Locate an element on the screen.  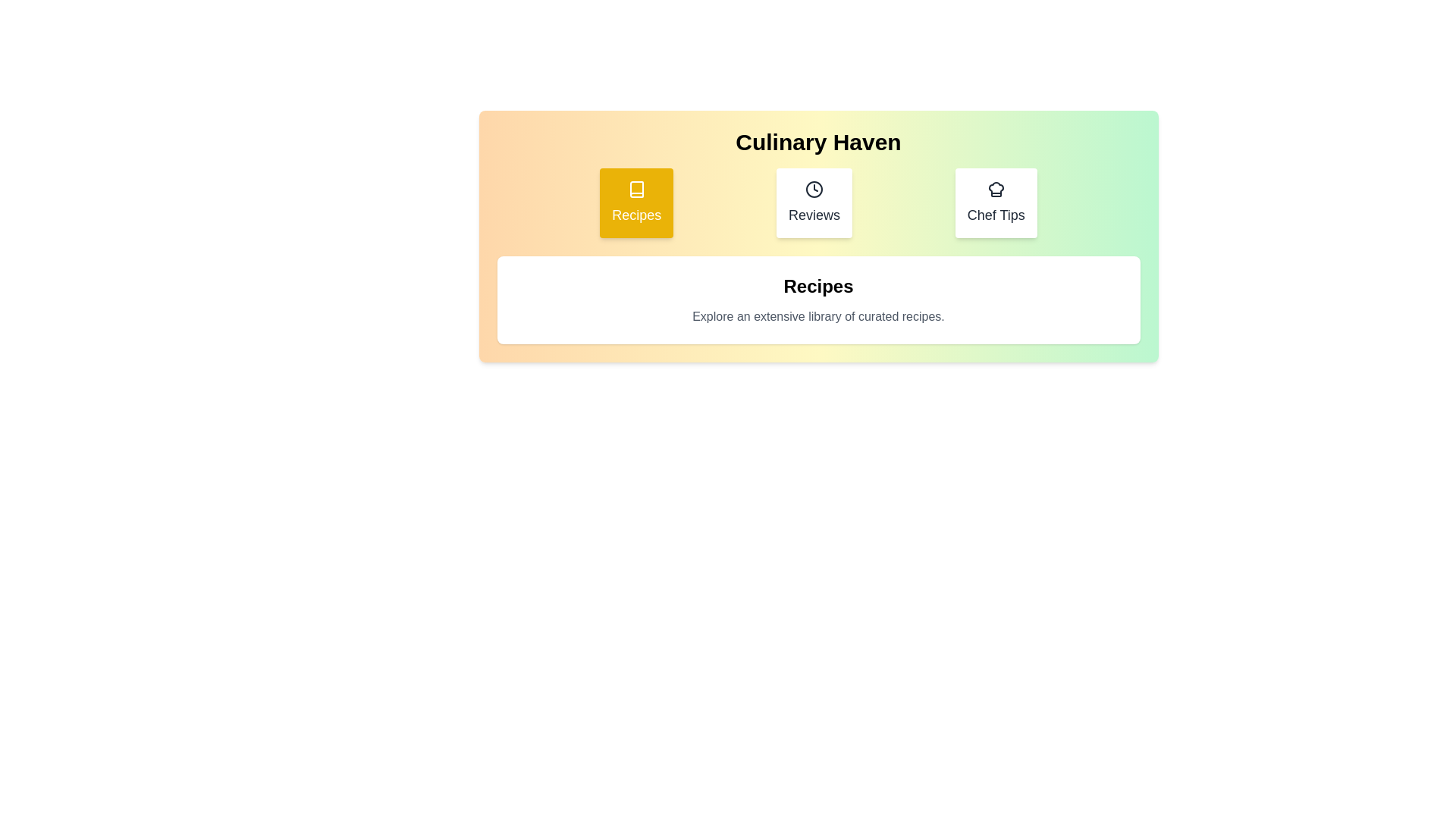
the tab labeled Recipes to observe its hover effect is located at coordinates (636, 202).